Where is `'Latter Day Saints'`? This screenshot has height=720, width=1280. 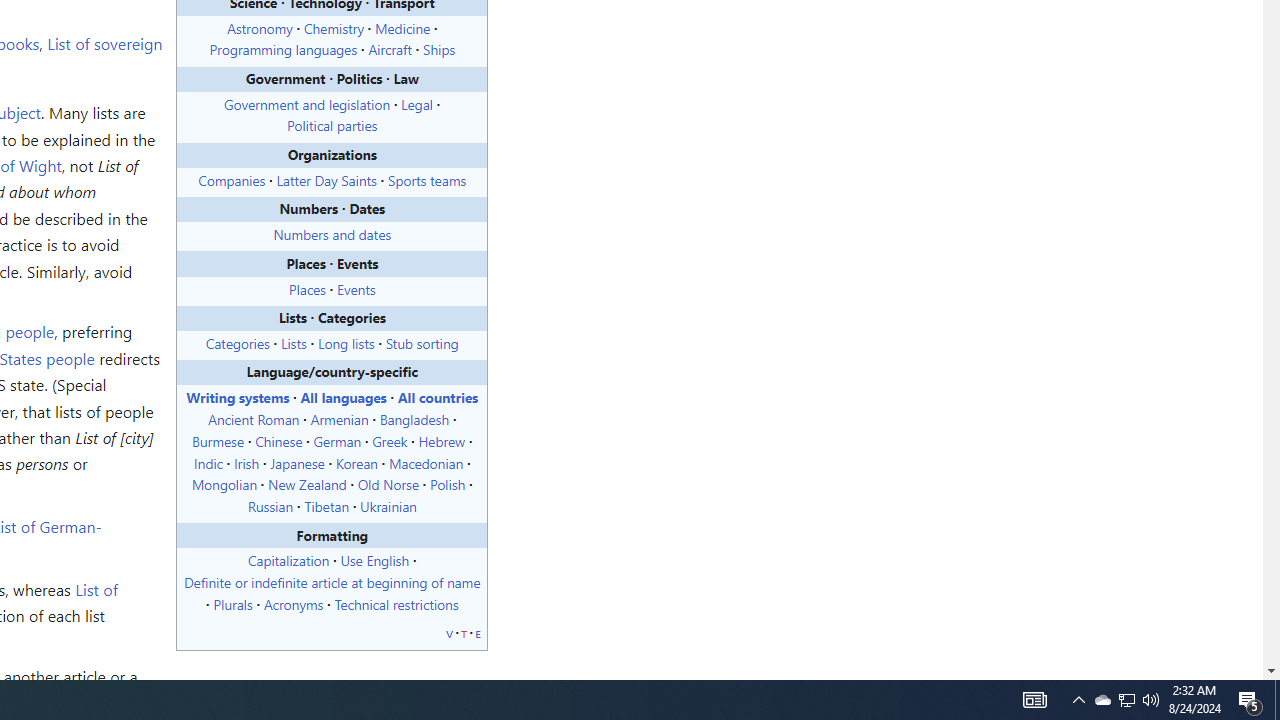
'Latter Day Saints' is located at coordinates (327, 178).